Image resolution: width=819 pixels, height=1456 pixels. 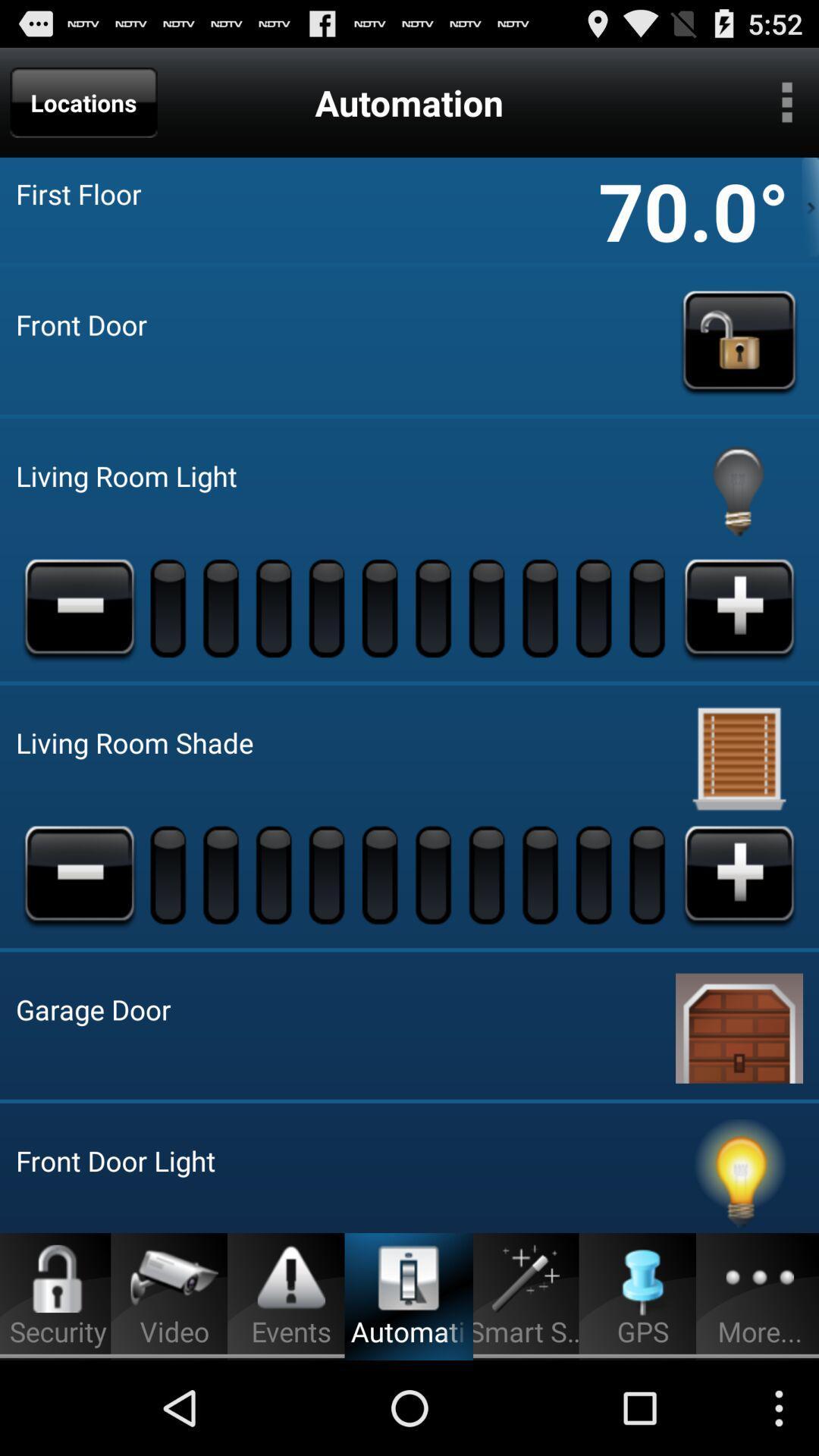 I want to click on open the shade, so click(x=739, y=874).